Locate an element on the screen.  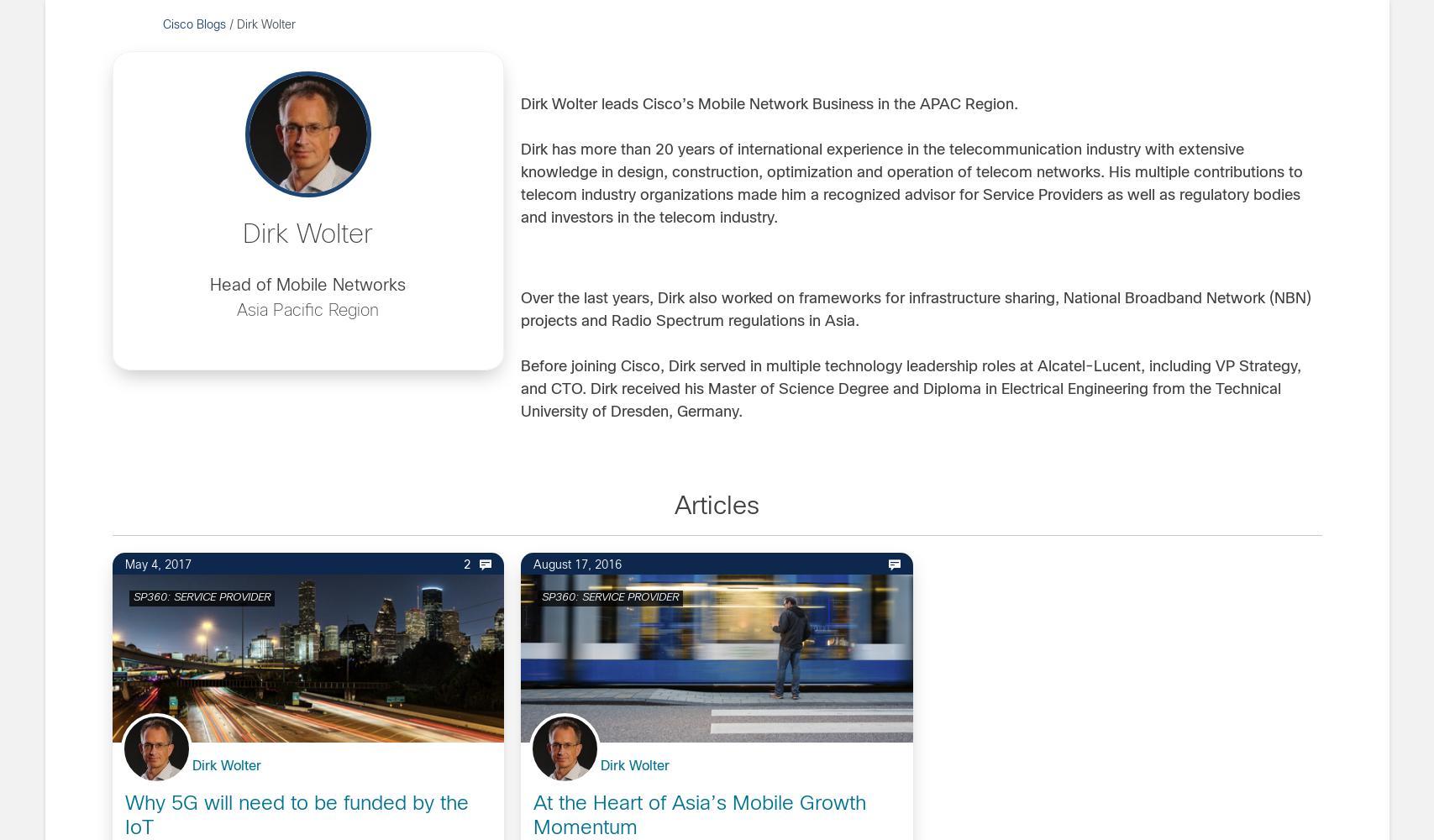
'Head of Mobile Networks' is located at coordinates (307, 285).